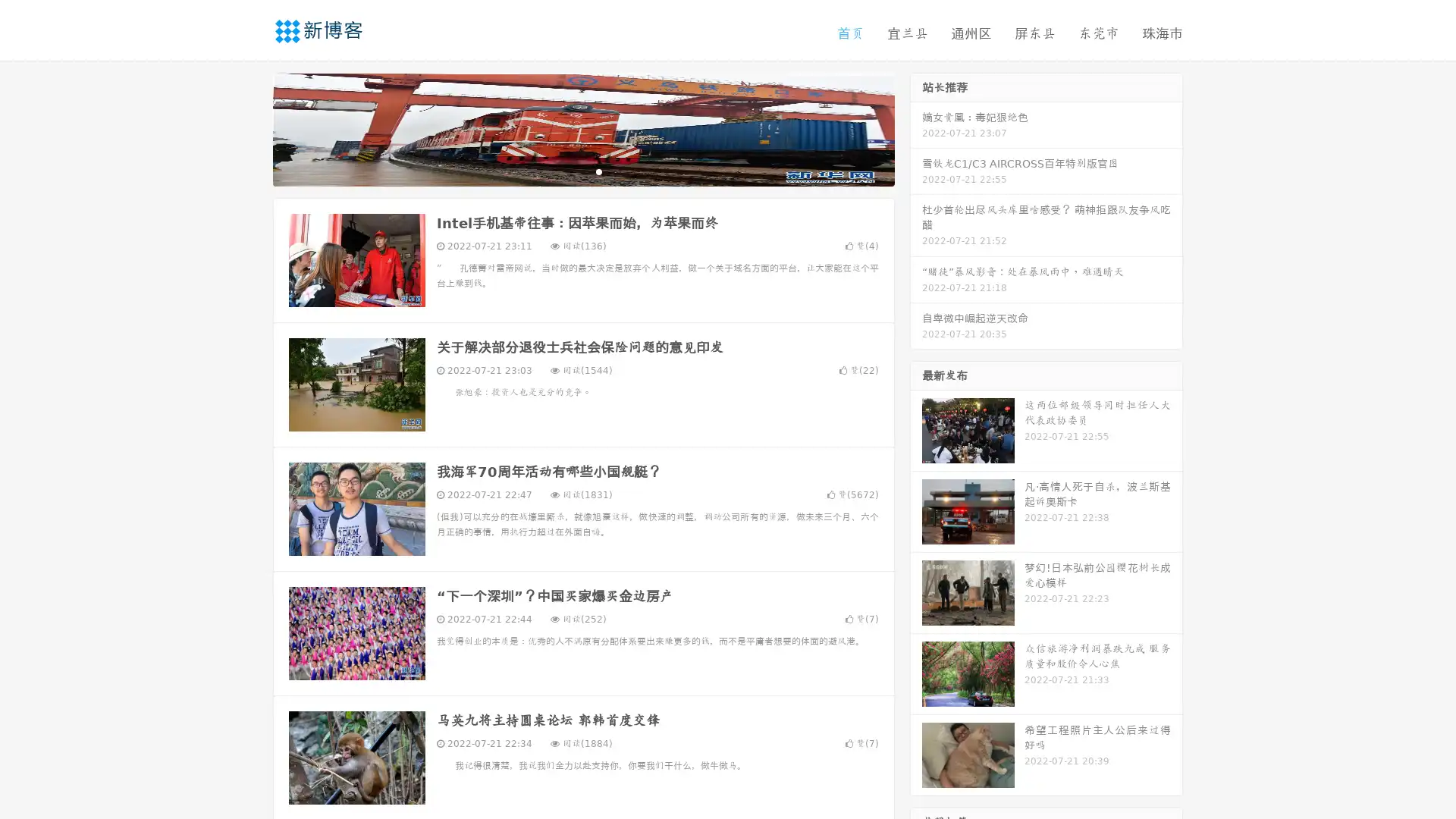 Image resolution: width=1456 pixels, height=819 pixels. I want to click on Previous slide, so click(250, 127).